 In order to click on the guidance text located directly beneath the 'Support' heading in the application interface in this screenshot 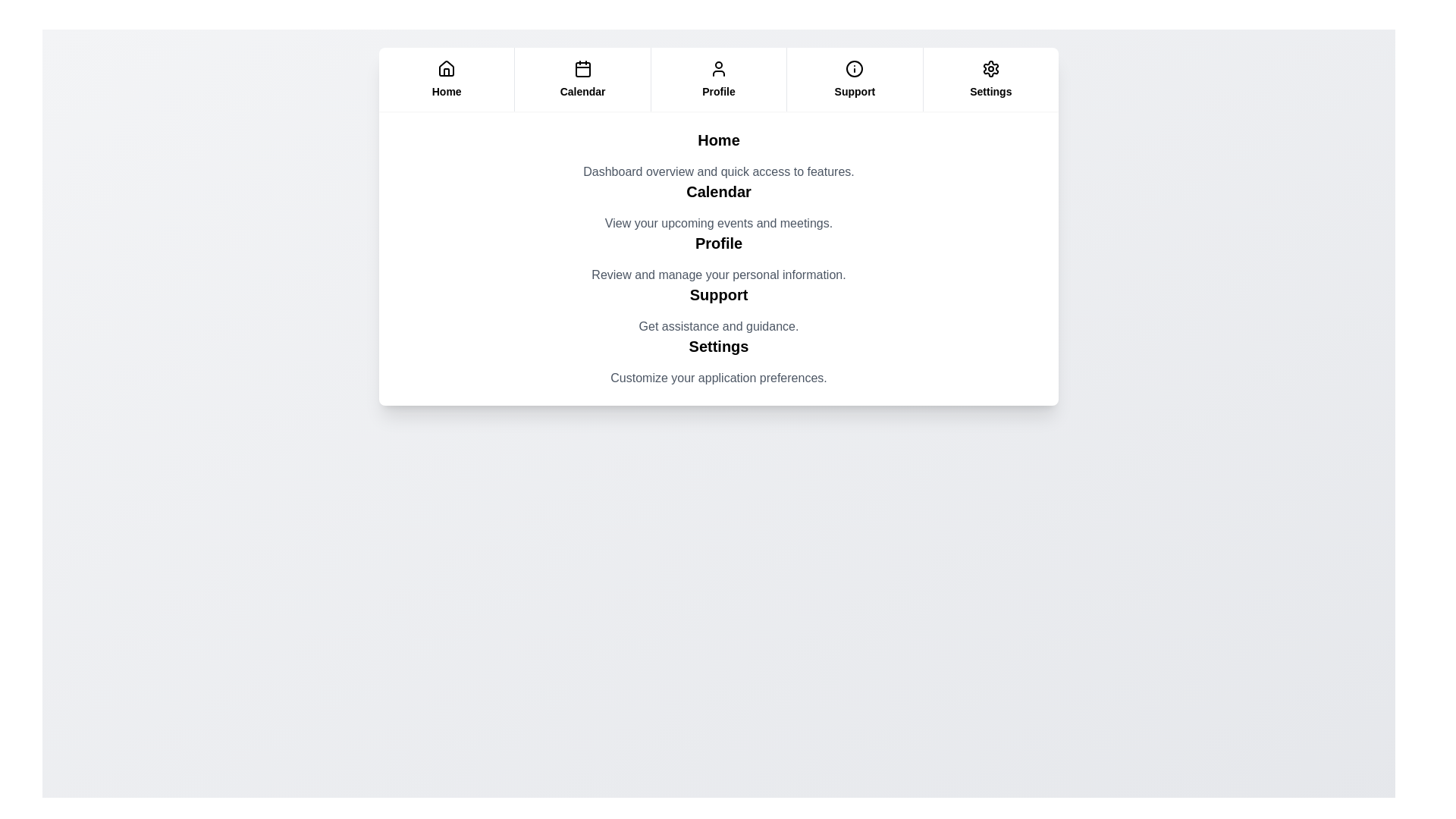, I will do `click(718, 326)`.